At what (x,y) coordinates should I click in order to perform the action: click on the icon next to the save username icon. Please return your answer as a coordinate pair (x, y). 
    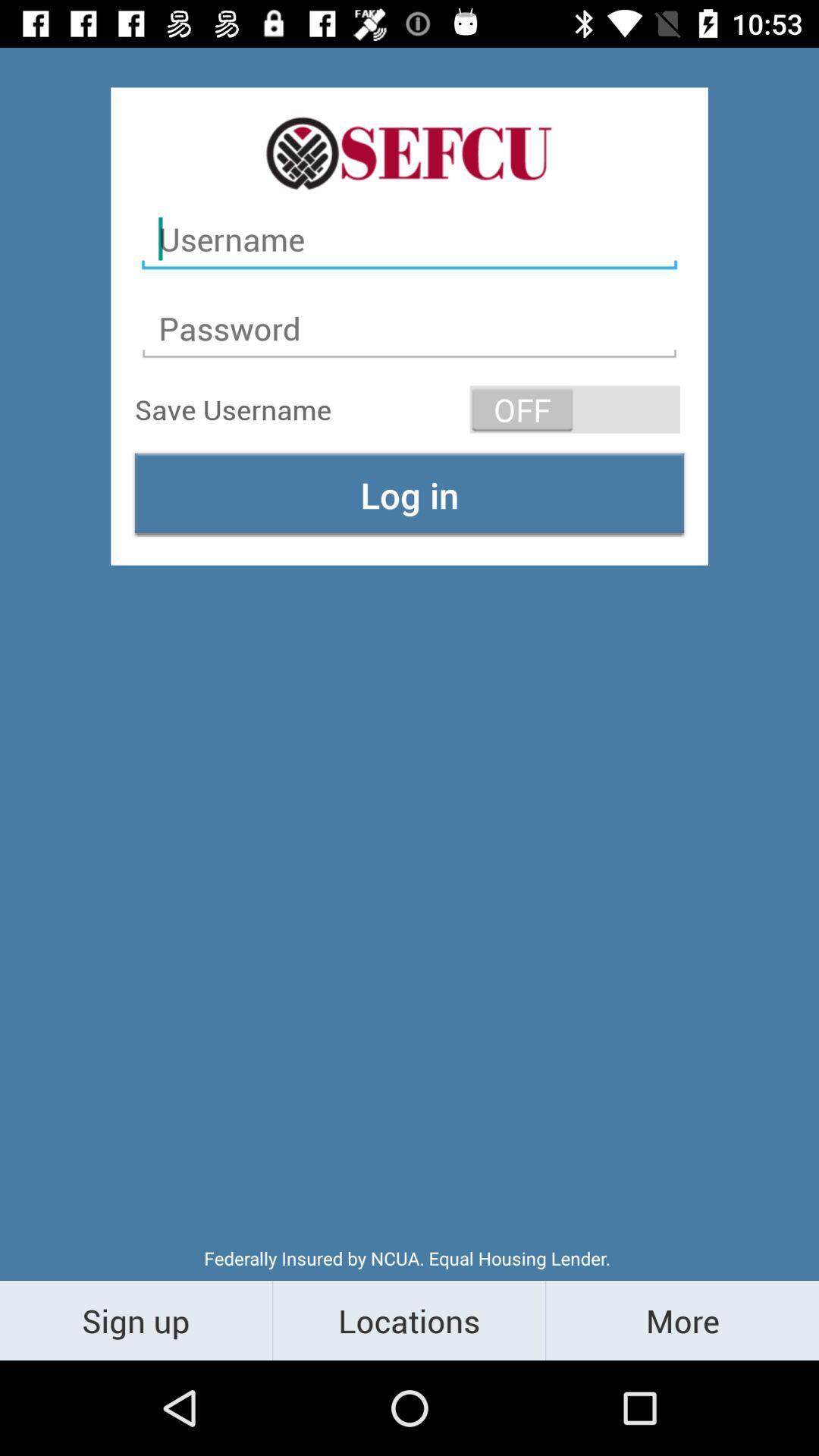
    Looking at the image, I should click on (575, 409).